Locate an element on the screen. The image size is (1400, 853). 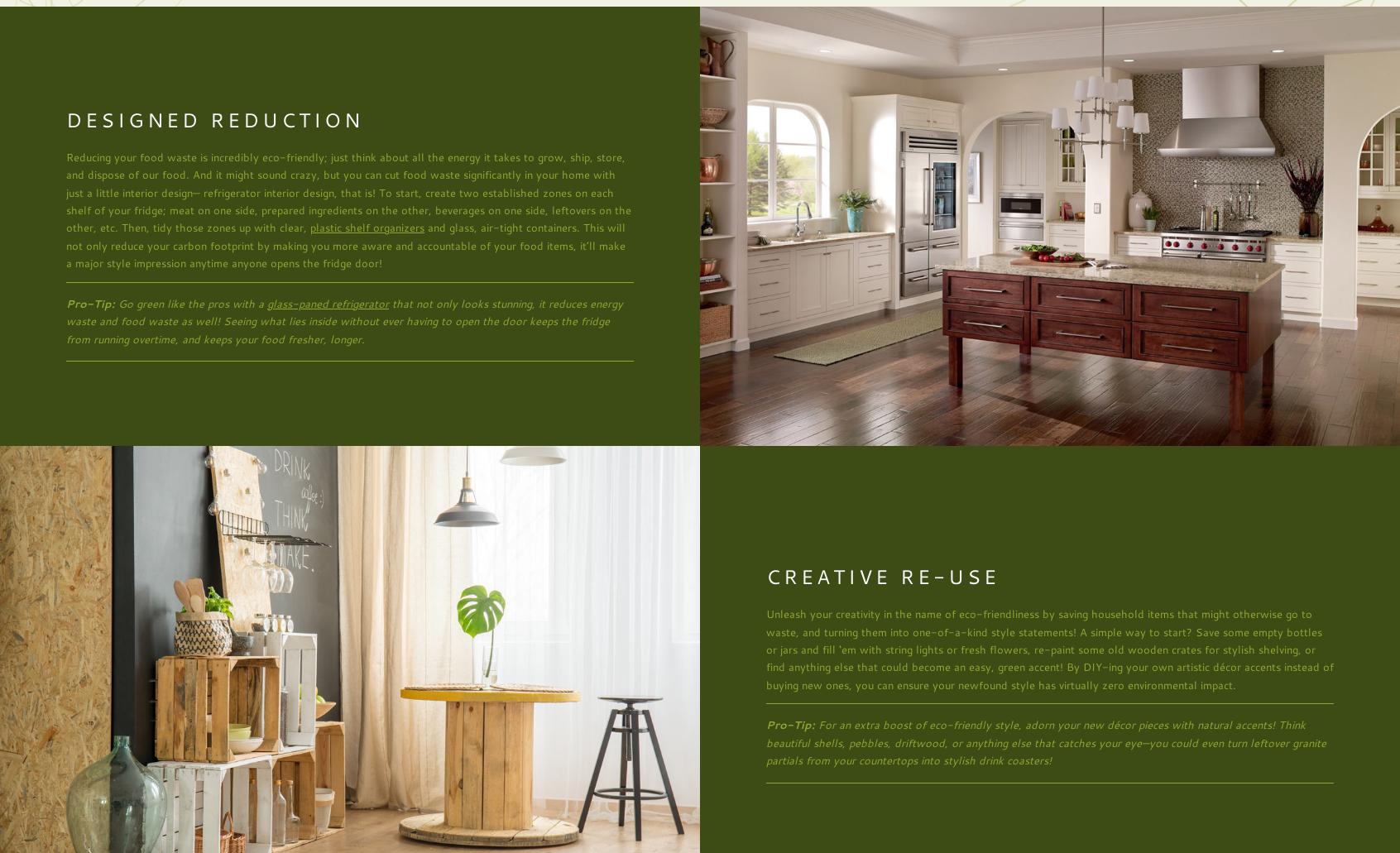
'Designed Reduction' is located at coordinates (214, 118).